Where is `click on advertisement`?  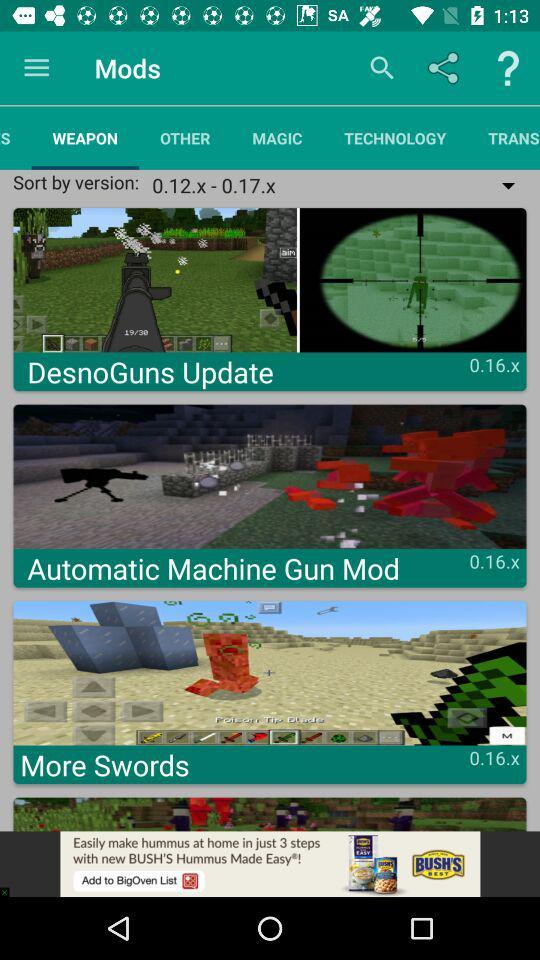 click on advertisement is located at coordinates (270, 863).